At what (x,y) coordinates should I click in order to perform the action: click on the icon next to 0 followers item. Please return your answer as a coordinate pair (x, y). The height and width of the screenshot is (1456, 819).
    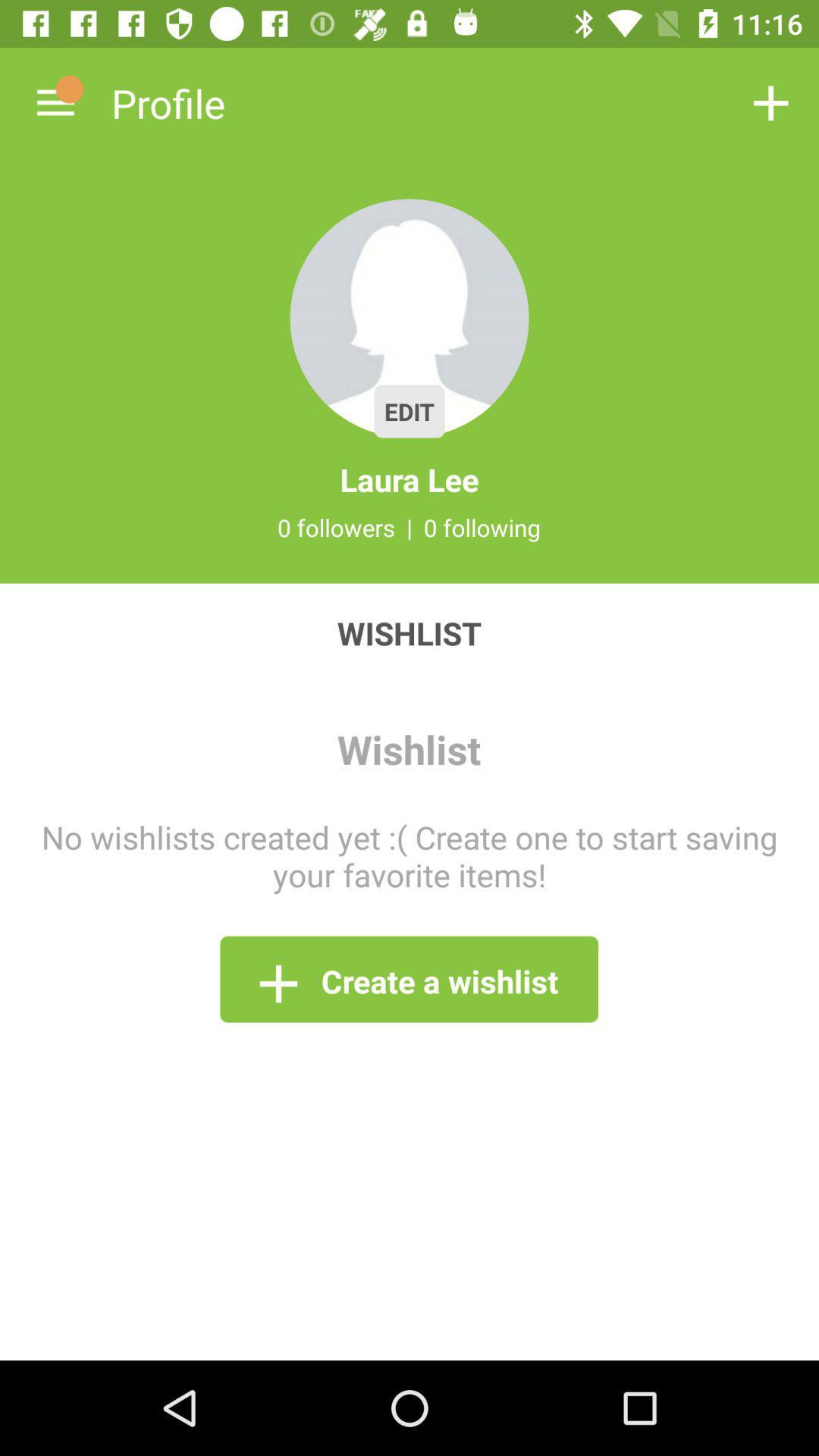
    Looking at the image, I should click on (409, 527).